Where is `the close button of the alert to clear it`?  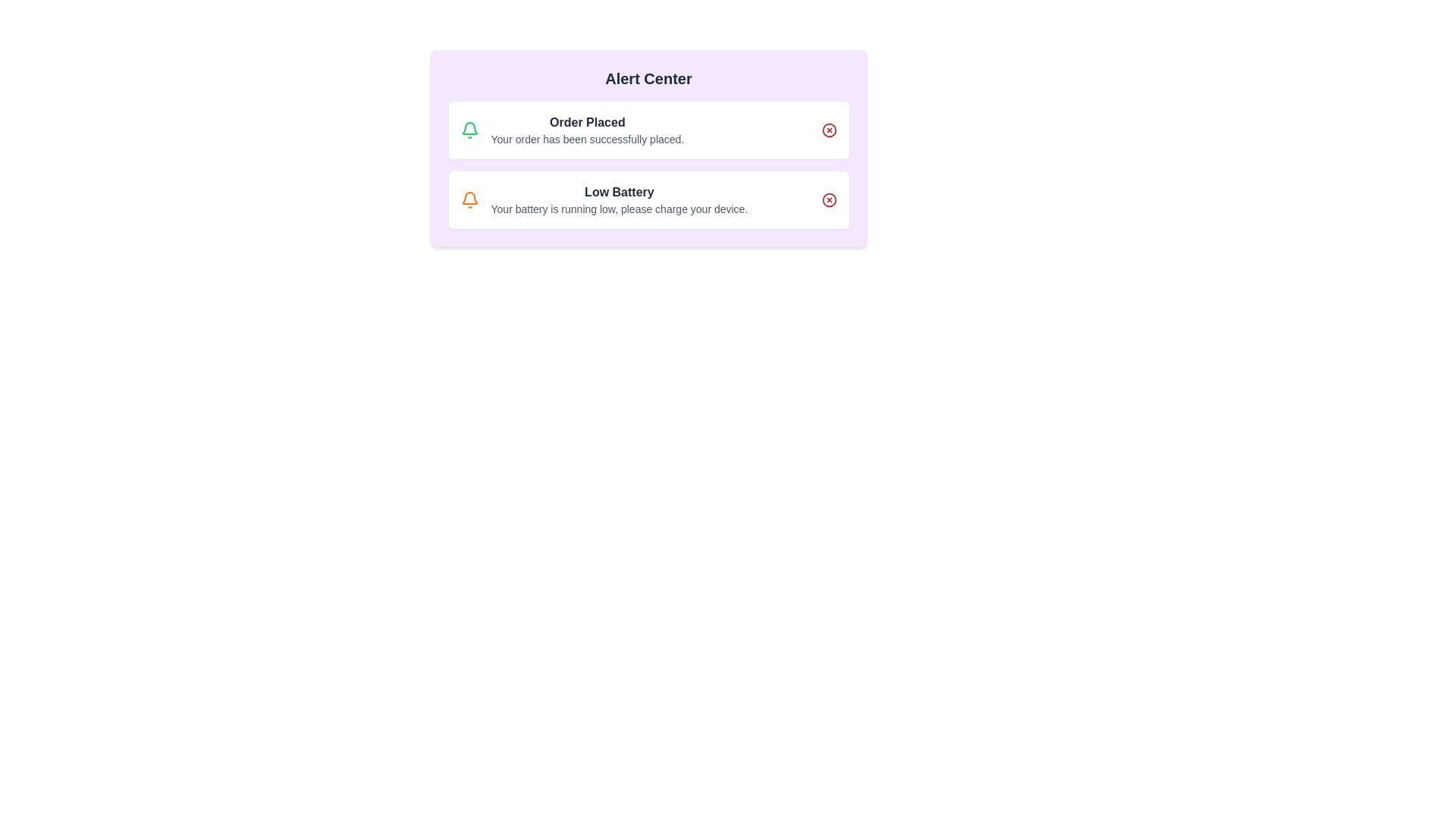 the close button of the alert to clear it is located at coordinates (828, 130).